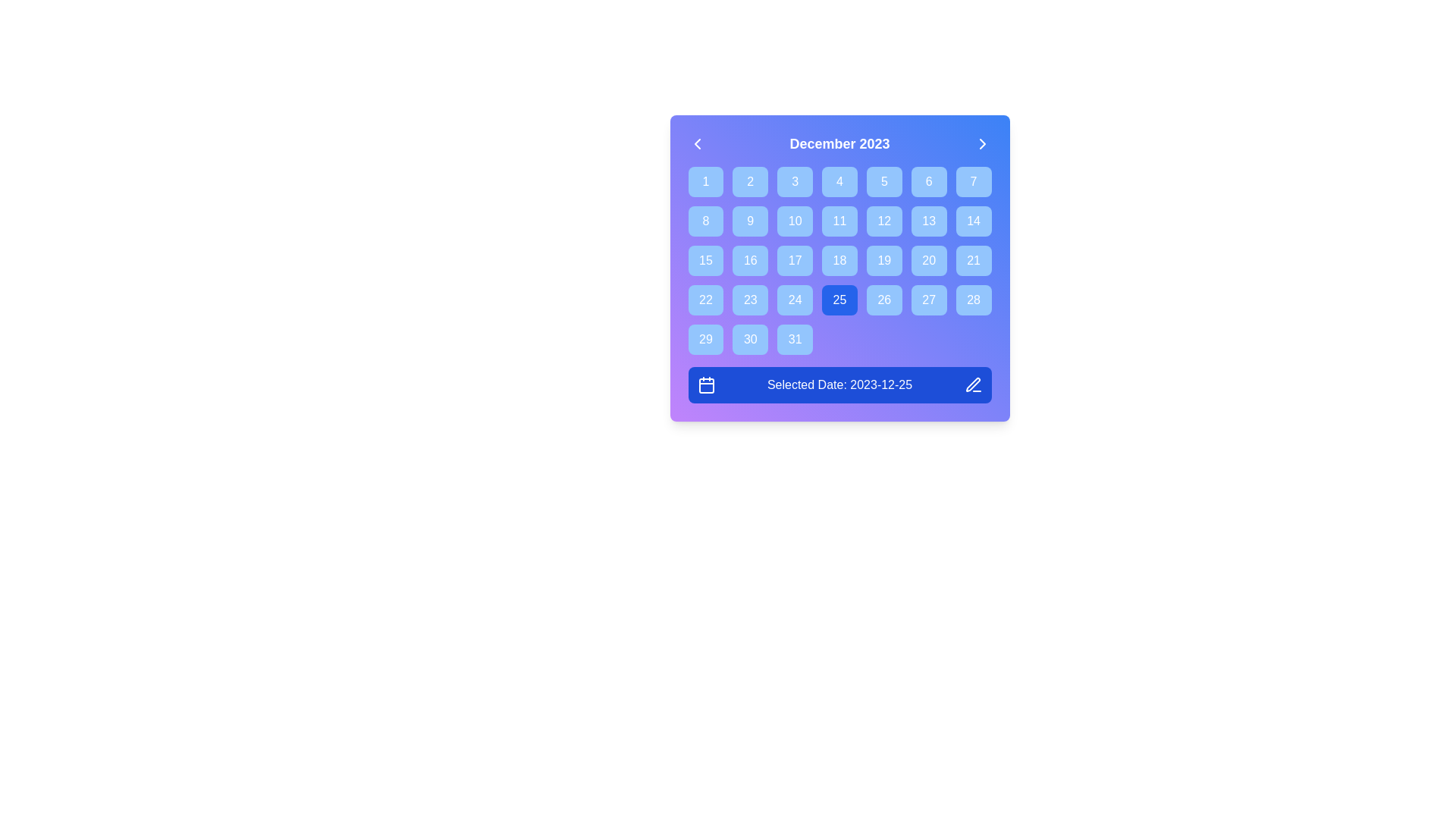 Image resolution: width=1456 pixels, height=819 pixels. Describe the element at coordinates (974, 221) in the screenshot. I see `the button displaying the number '14' in a light blue background, located in the second row and seventh column of the grid layout, for potential information` at that location.